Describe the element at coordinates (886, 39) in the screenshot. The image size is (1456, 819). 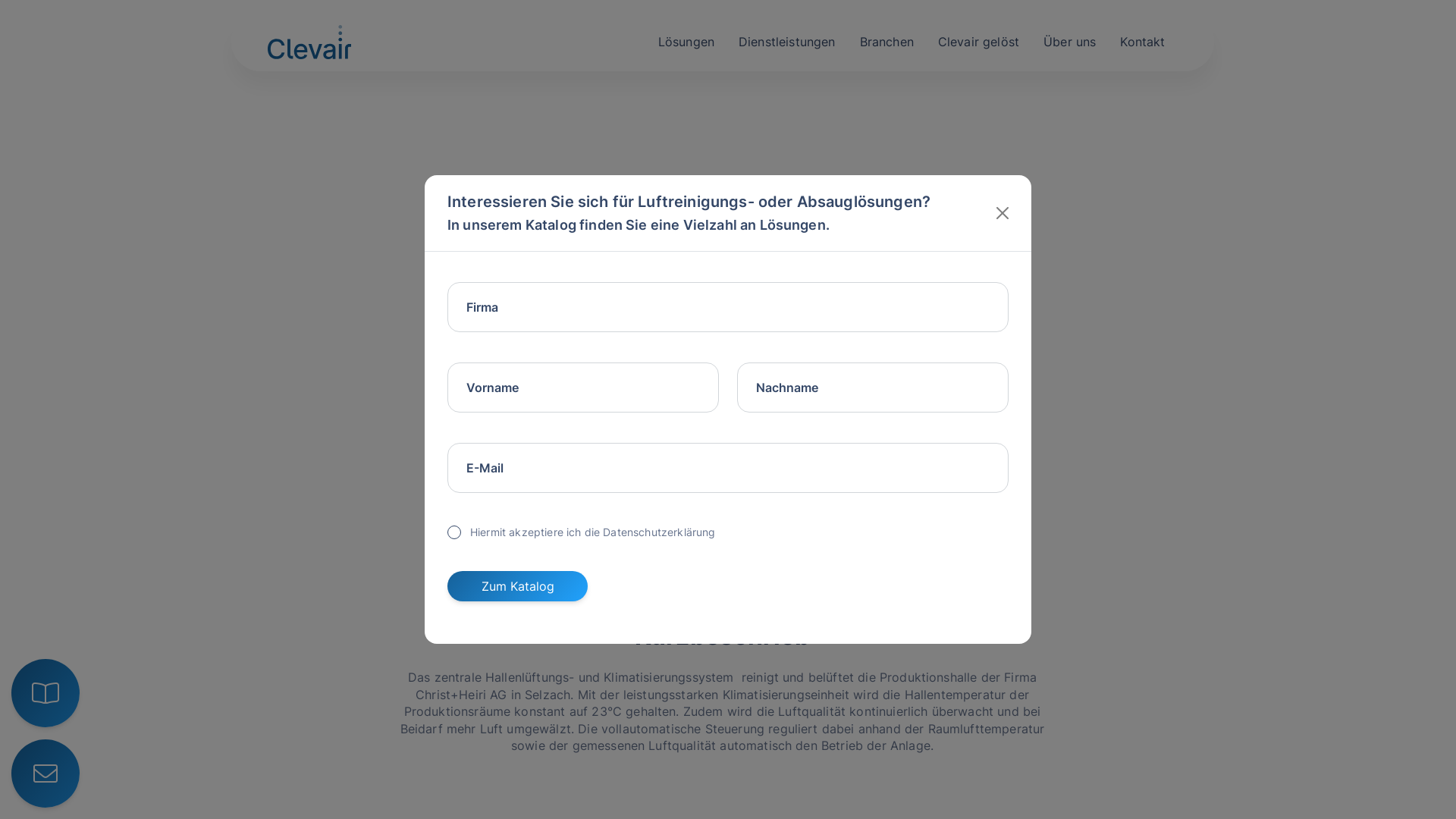
I see `'Branchen'` at that location.